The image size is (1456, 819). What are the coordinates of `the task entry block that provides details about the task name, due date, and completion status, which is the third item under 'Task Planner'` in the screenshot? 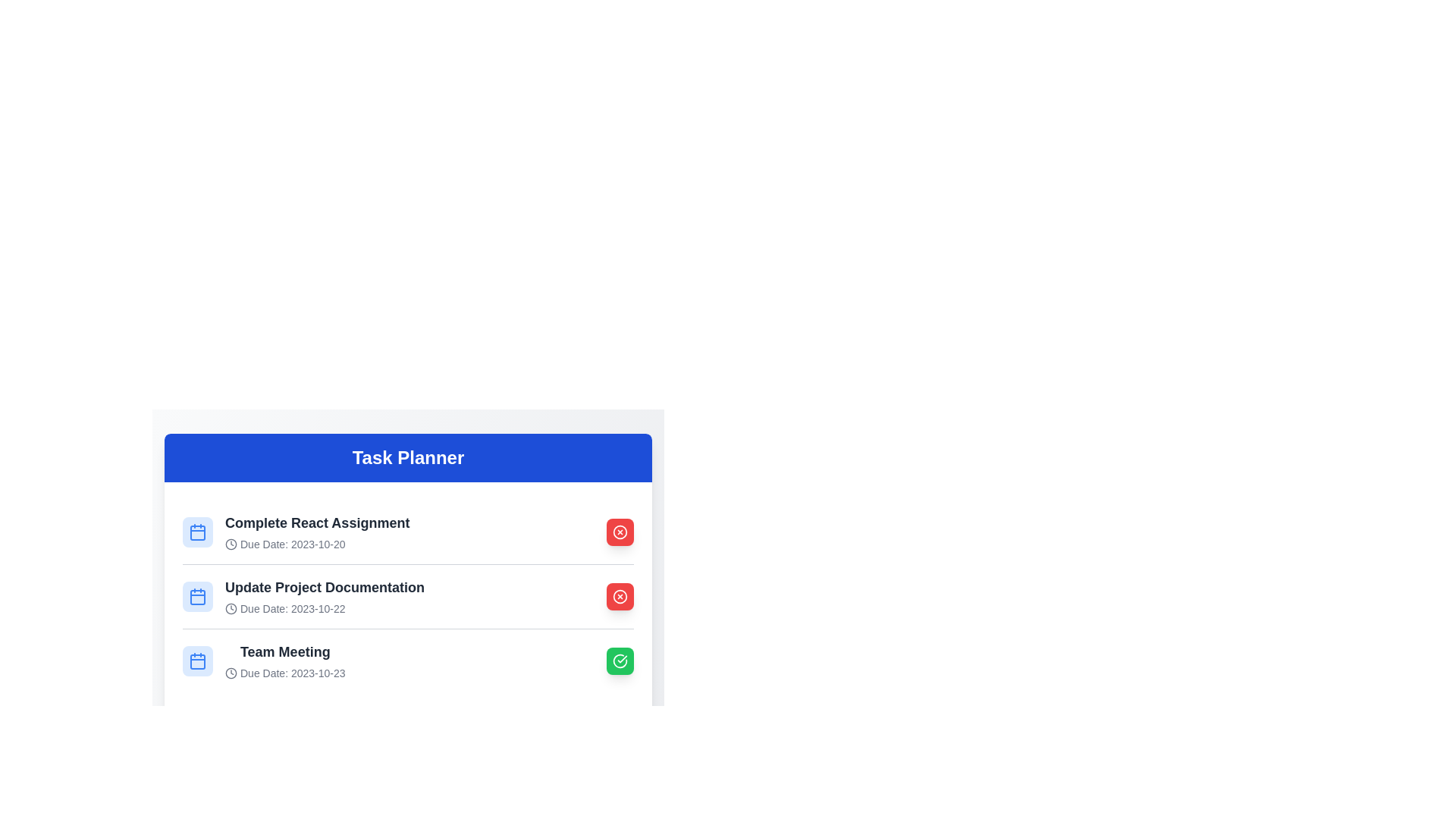 It's located at (408, 660).